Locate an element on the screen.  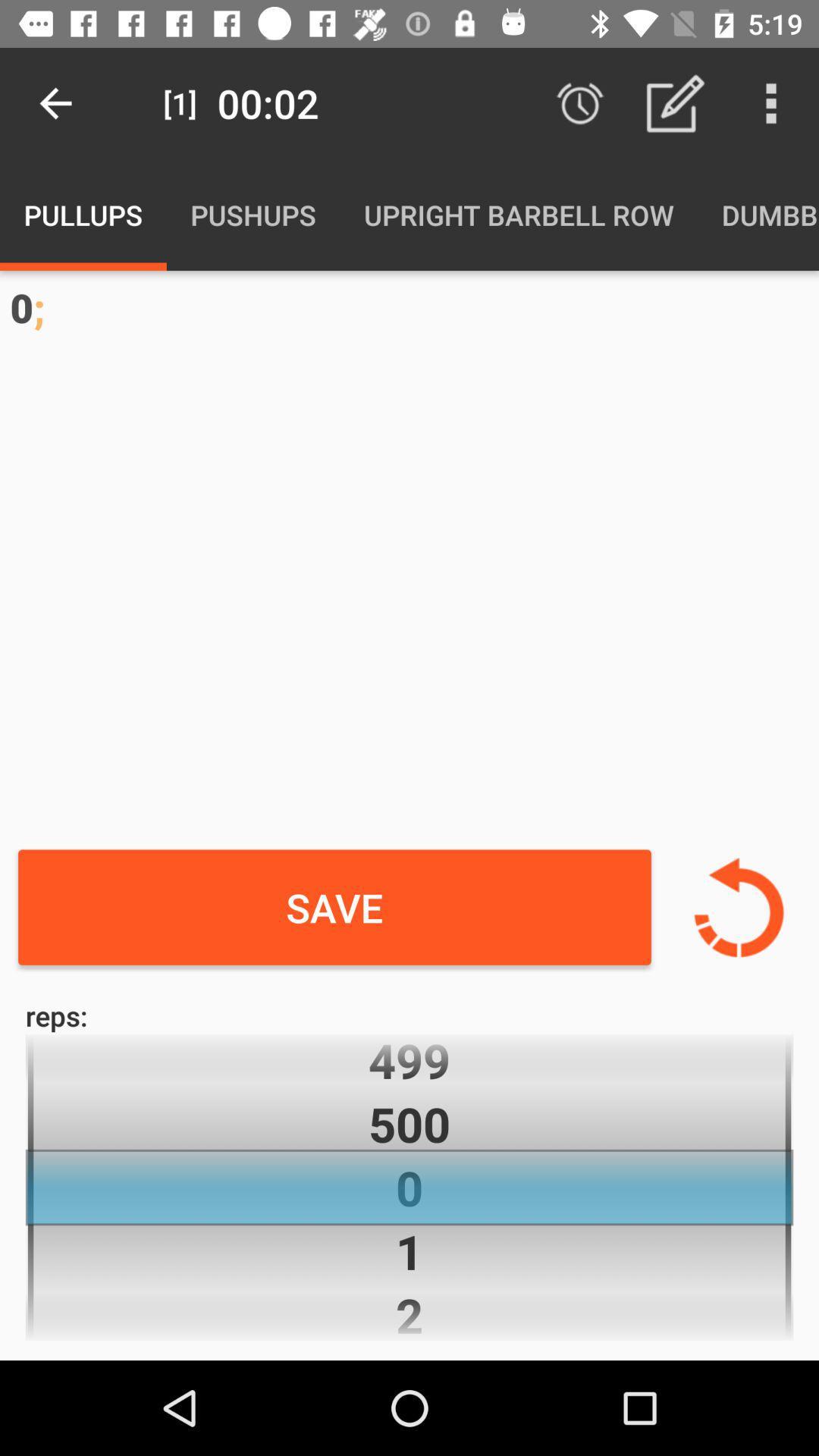
refresh reps is located at coordinates (738, 907).